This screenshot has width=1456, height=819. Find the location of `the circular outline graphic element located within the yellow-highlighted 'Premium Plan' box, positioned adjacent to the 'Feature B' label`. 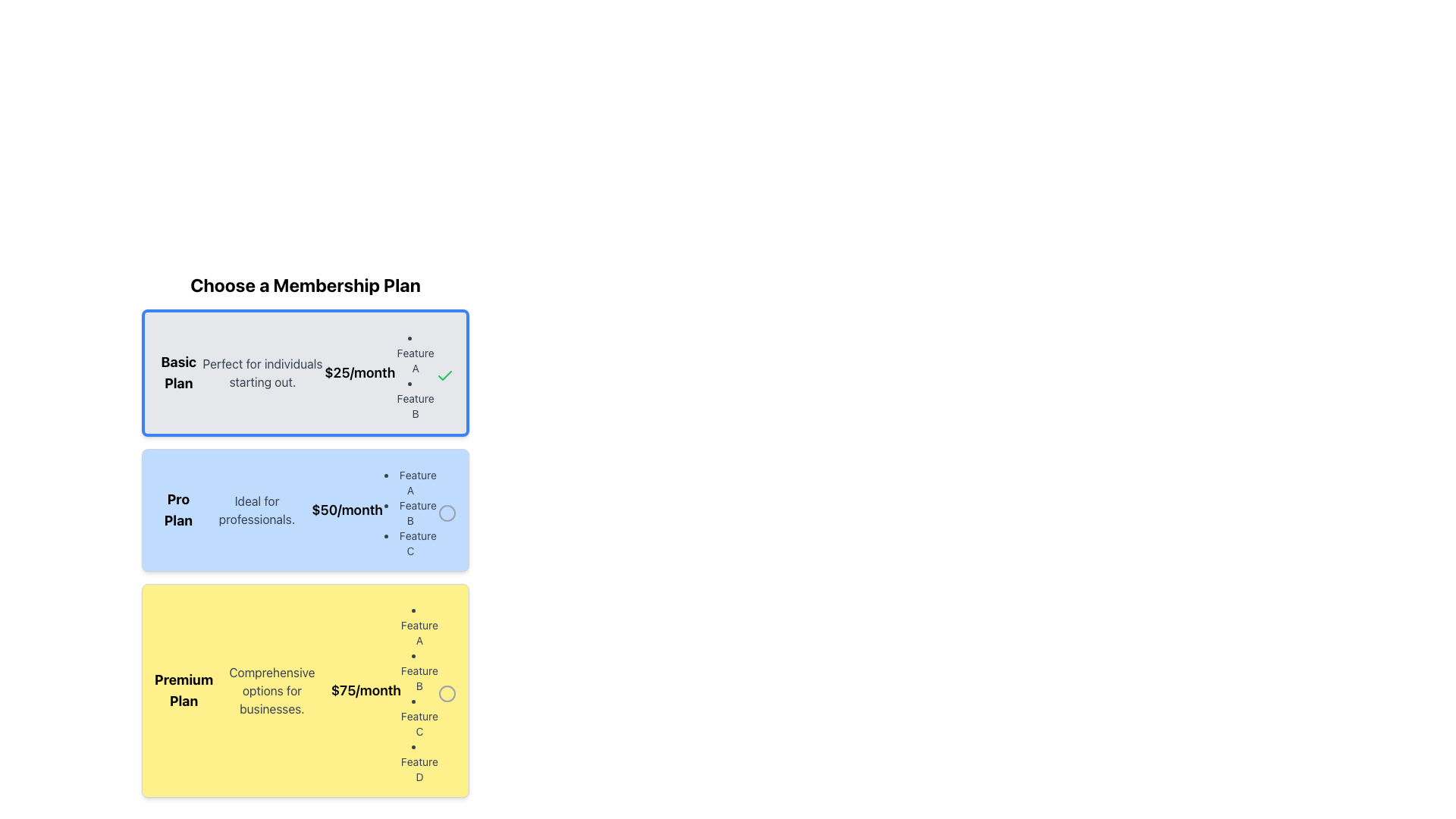

the circular outline graphic element located within the yellow-highlighted 'Premium Plan' box, positioned adjacent to the 'Feature B' label is located at coordinates (447, 693).